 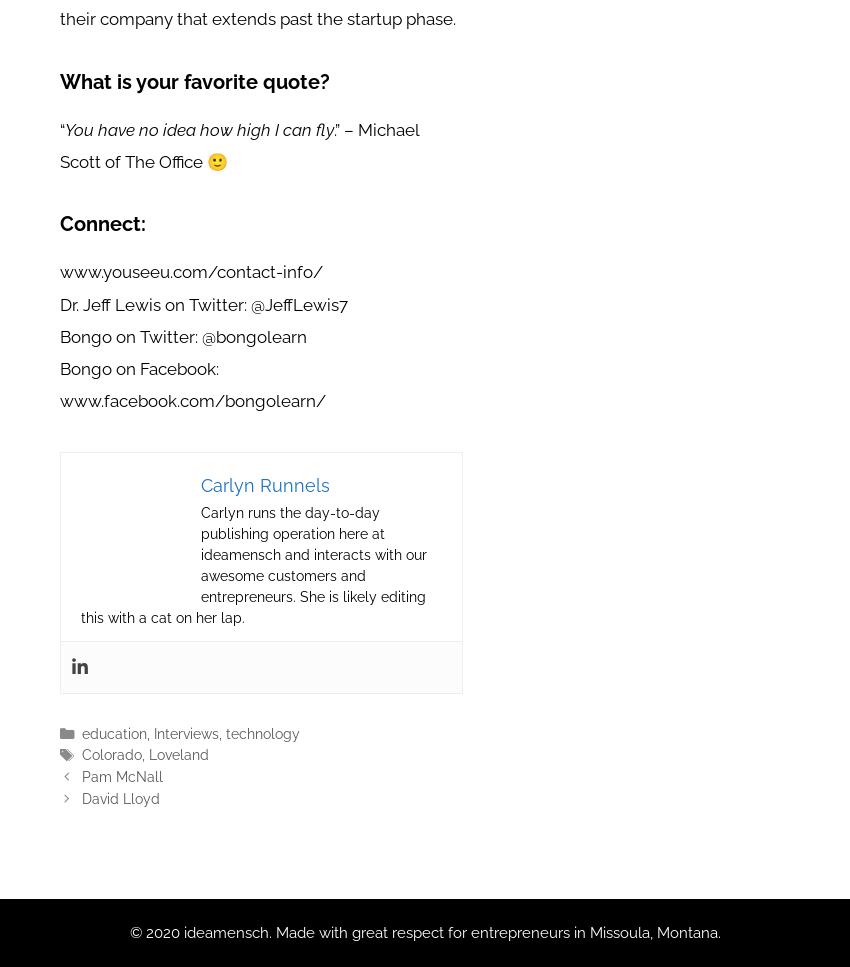 What do you see at coordinates (120, 775) in the screenshot?
I see `'Pam McNall'` at bounding box center [120, 775].